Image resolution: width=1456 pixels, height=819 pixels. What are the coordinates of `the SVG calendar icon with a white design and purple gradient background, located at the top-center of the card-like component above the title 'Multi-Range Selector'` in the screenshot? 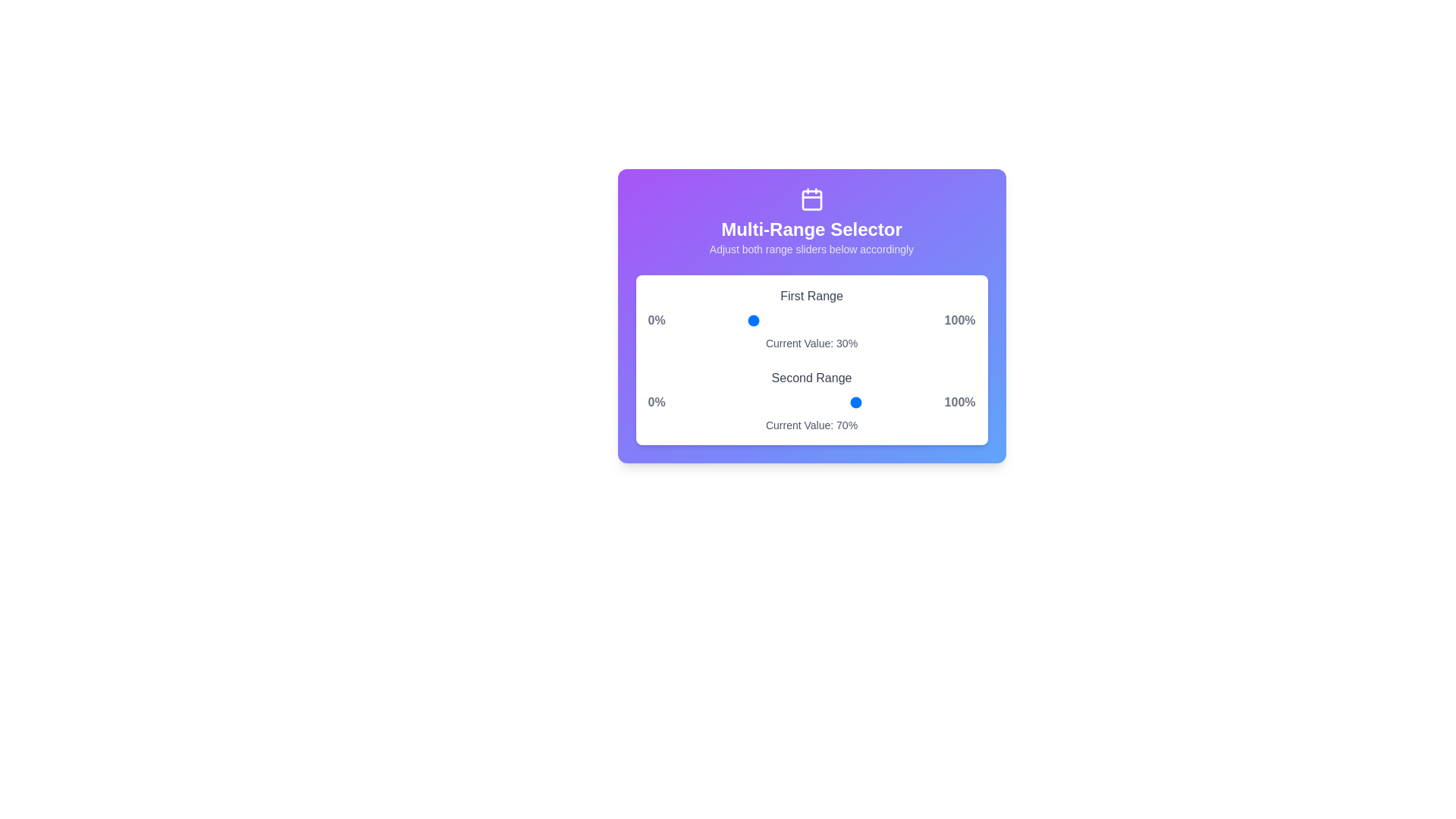 It's located at (811, 198).